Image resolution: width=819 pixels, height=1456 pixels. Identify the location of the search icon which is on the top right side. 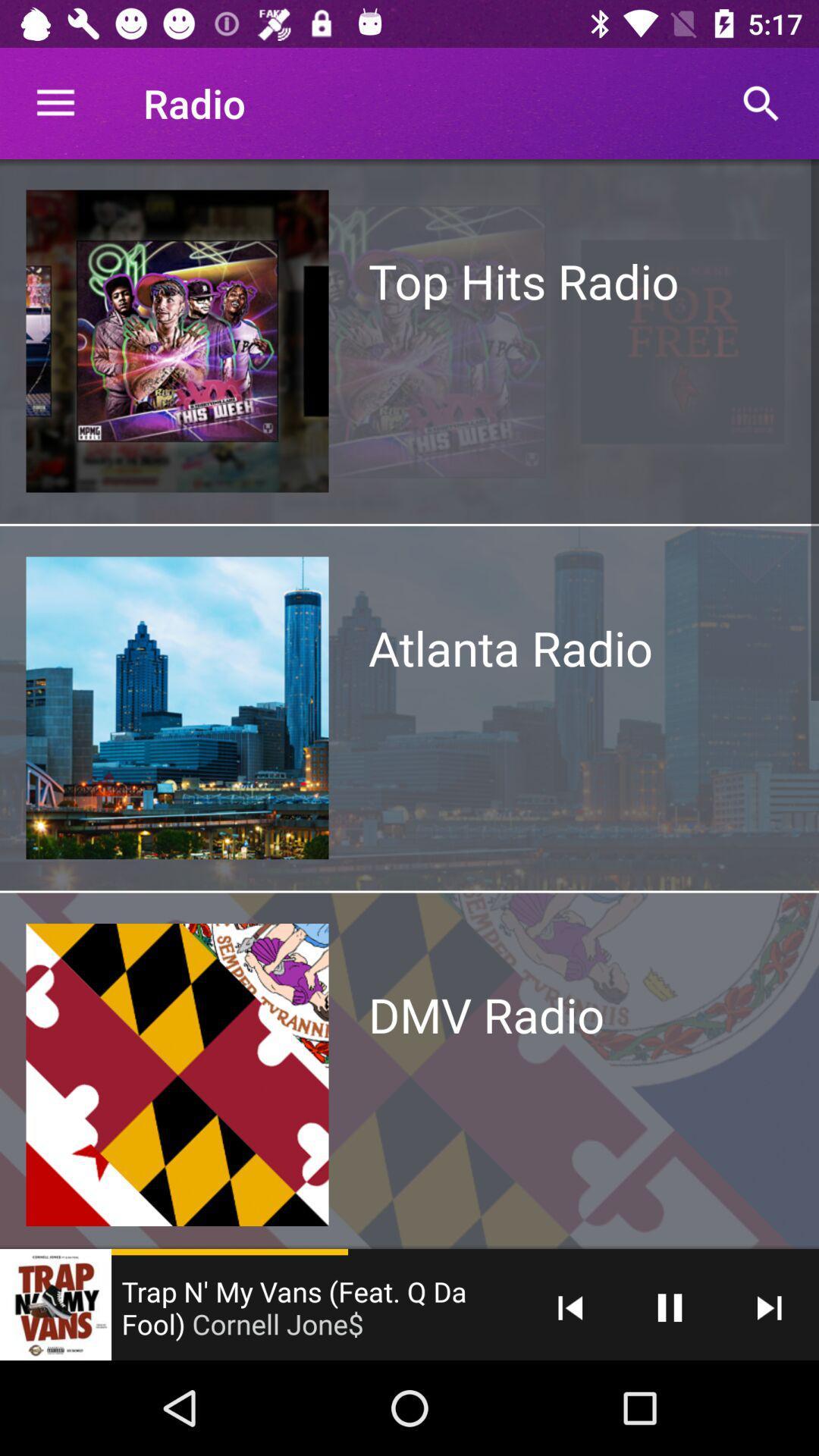
(761, 103).